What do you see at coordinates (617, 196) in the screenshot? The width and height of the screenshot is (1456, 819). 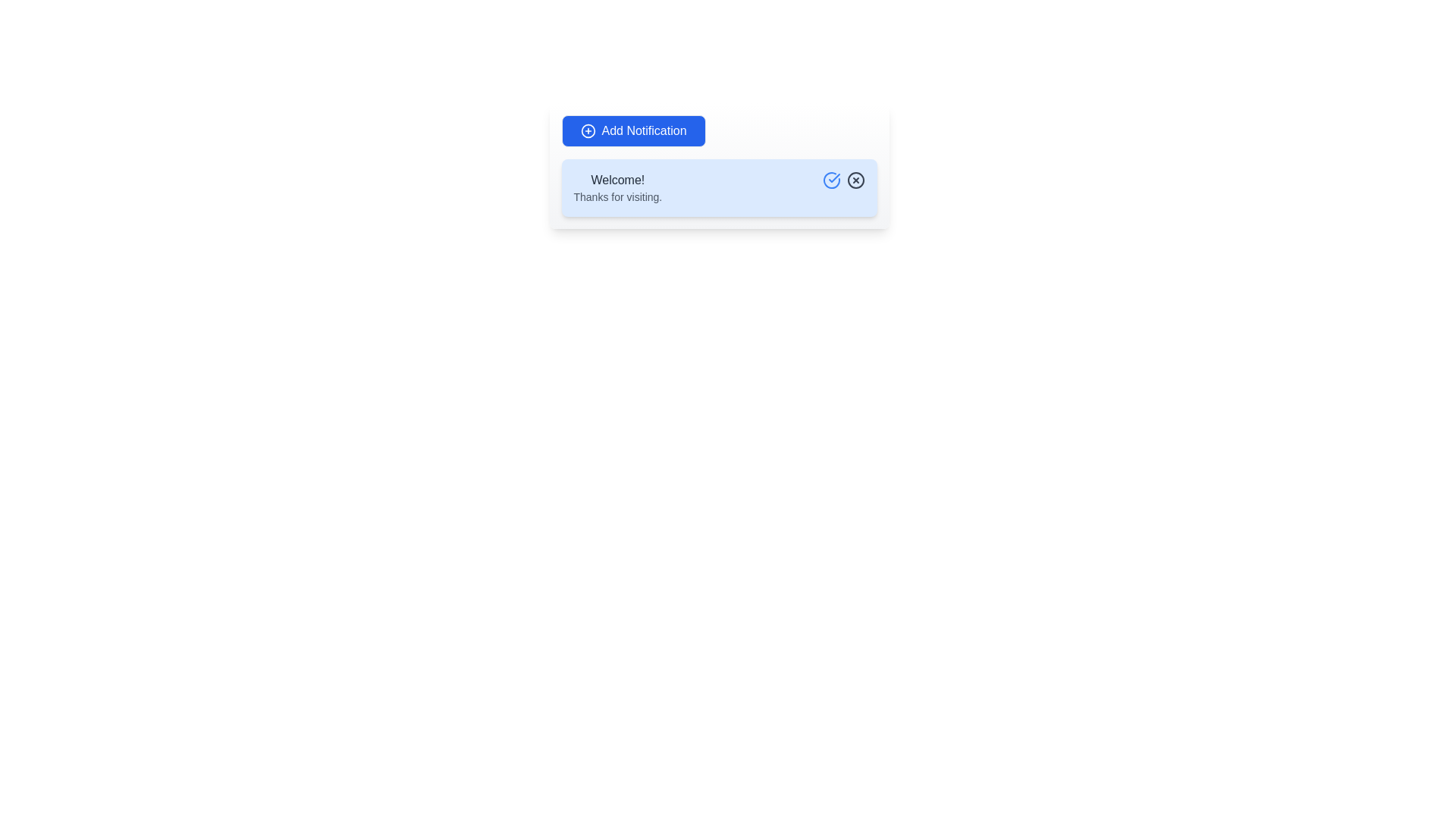 I see `the text element displaying 'Thanks for visiting.' which is styled in a small font and light gray color, located directly below 'Welcome!' within the interface` at bounding box center [617, 196].